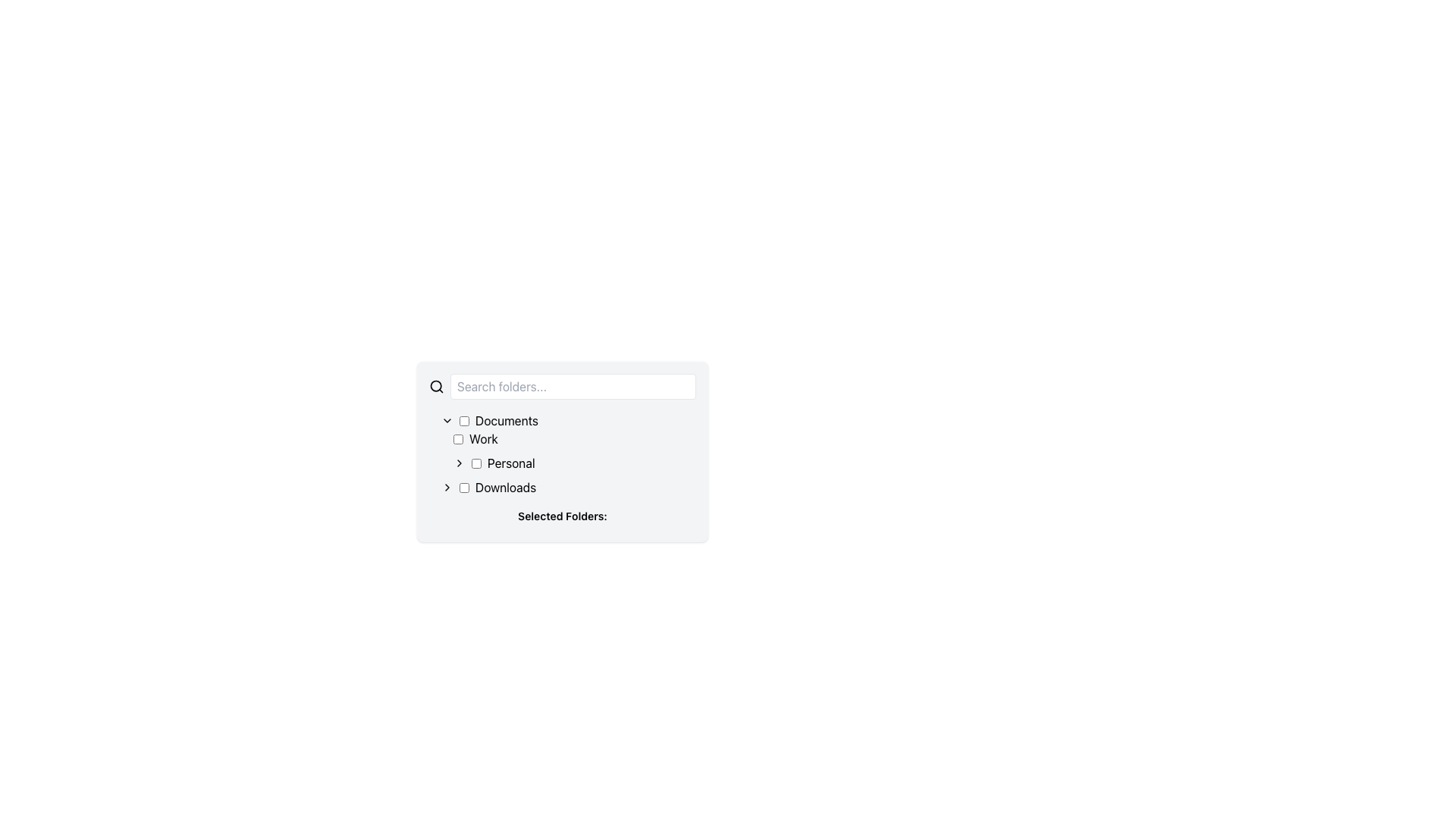  Describe the element at coordinates (475, 462) in the screenshot. I see `the checkbox located to the left of the 'Personal' label` at that location.